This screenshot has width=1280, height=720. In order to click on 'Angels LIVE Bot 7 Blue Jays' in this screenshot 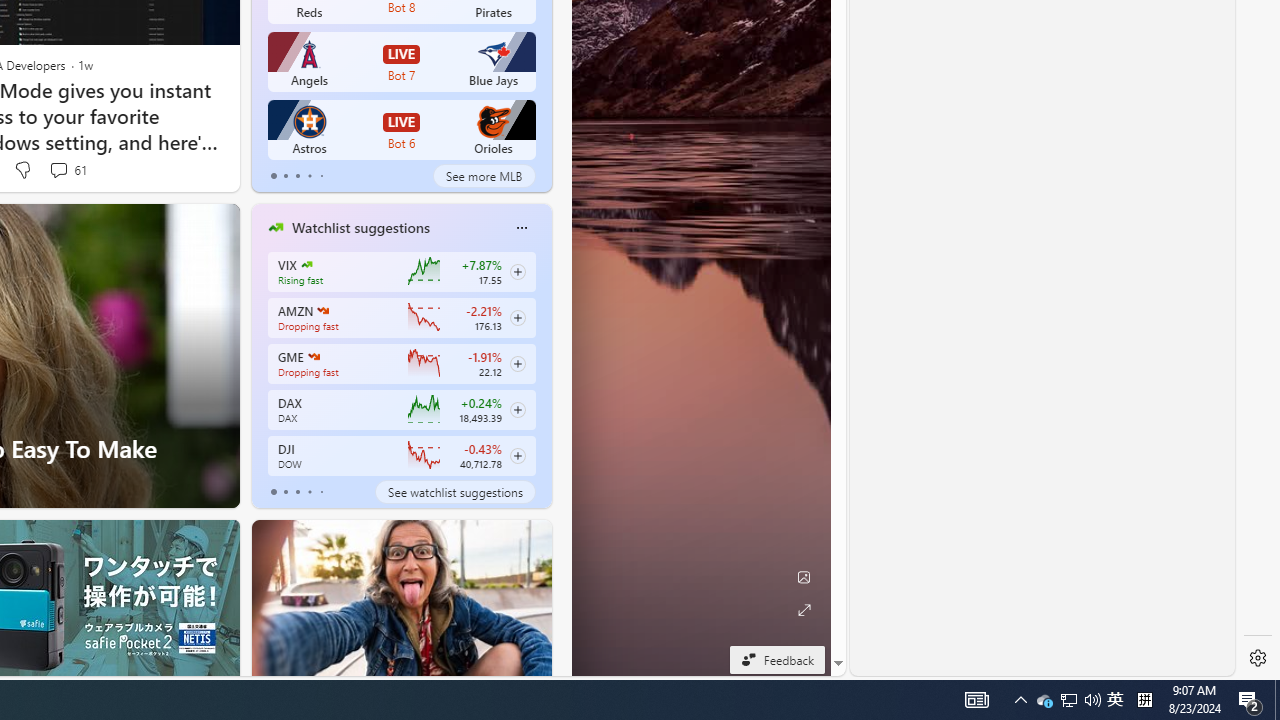, I will do `click(400, 60)`.